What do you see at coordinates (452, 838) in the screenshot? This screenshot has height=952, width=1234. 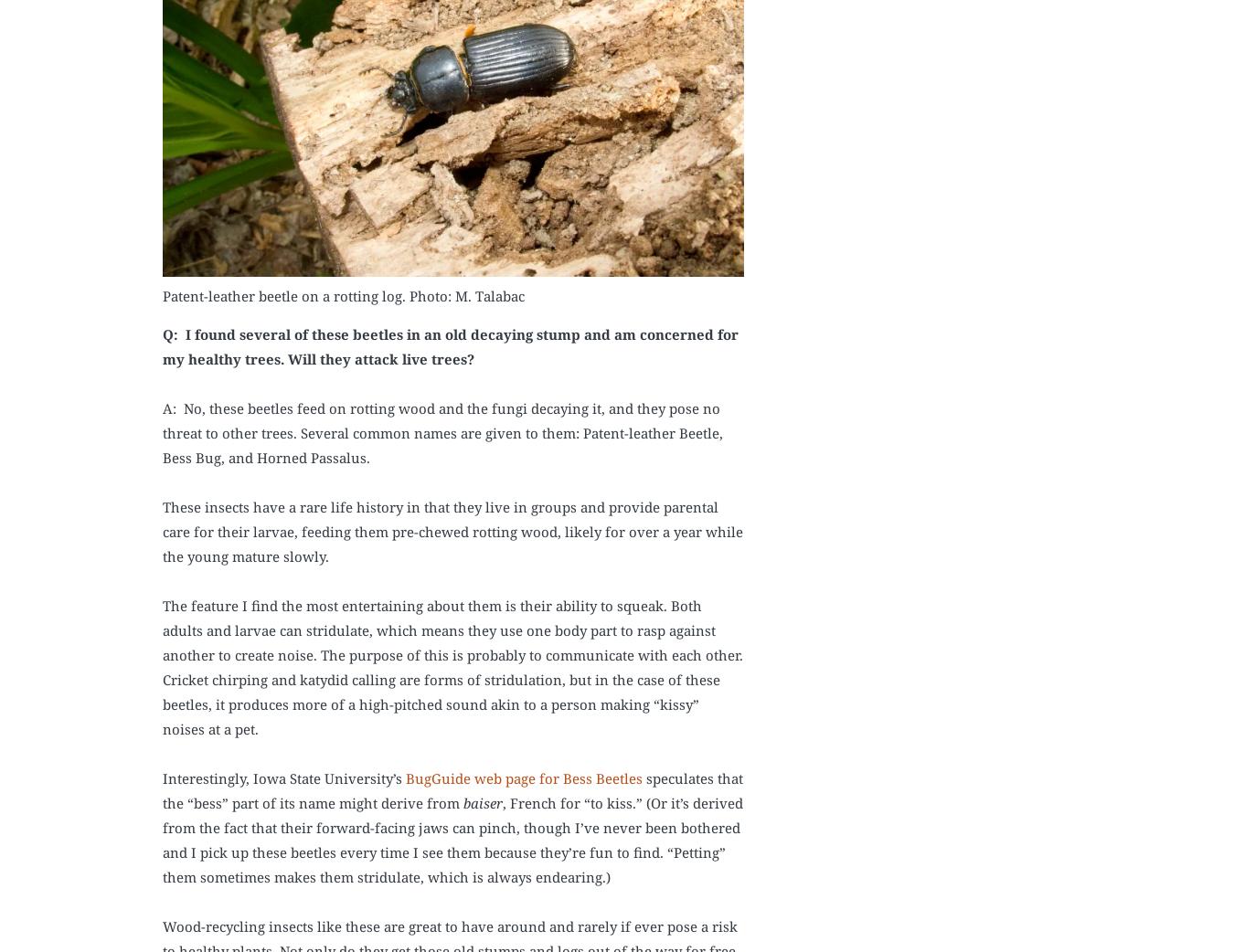 I see `', French for “to kiss.” (Or it’s derived from the fact that their forward-facing jaws can pinch, though I’ve never been bothered and I pick up these beetles every time I see them because they’re fun to find. “Petting” them sometimes makes them stridulate, which is always endearing.)'` at bounding box center [452, 838].